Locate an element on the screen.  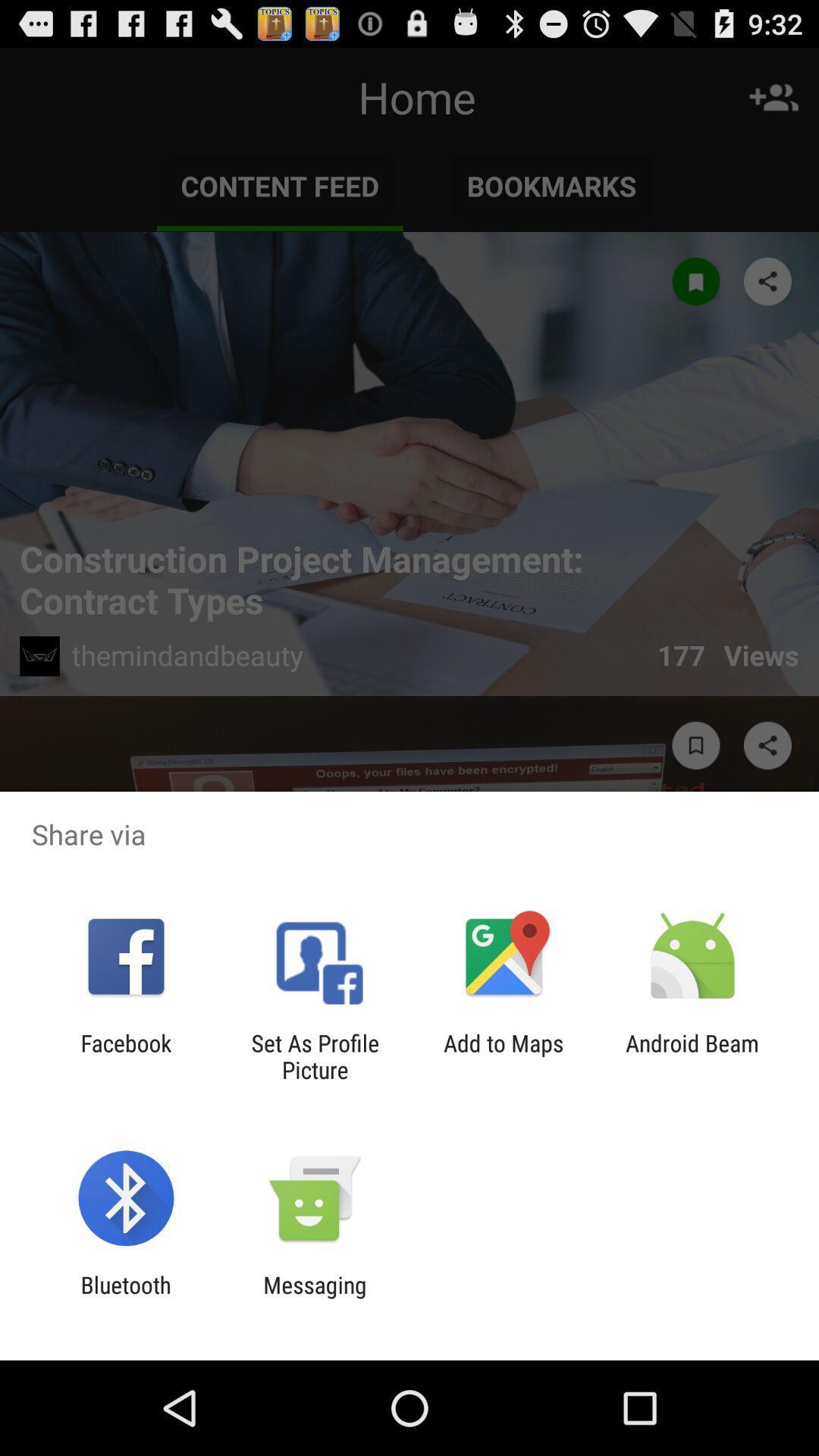
the app next to add to maps app is located at coordinates (692, 1056).